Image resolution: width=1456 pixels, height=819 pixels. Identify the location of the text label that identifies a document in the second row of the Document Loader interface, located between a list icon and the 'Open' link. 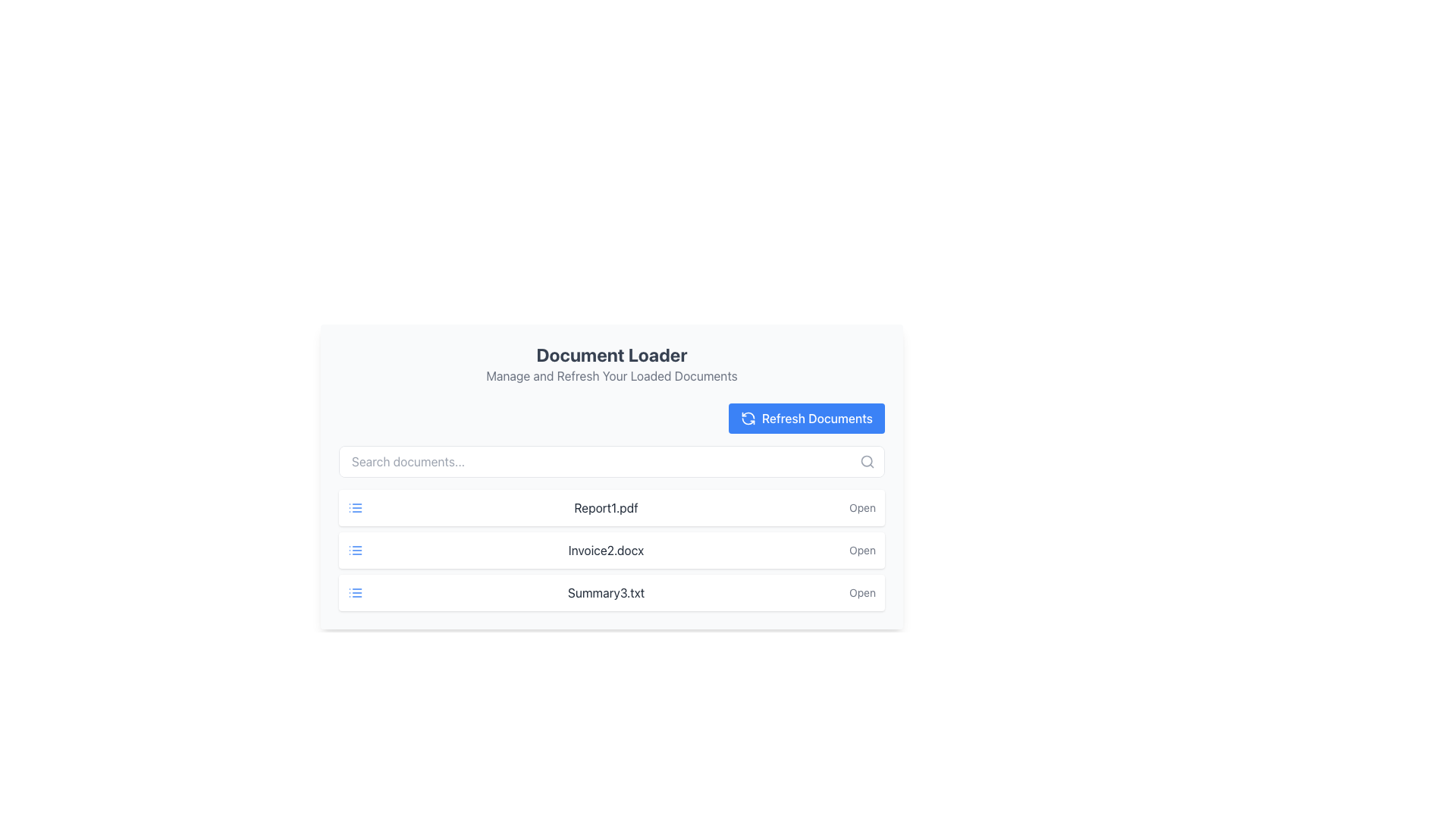
(605, 550).